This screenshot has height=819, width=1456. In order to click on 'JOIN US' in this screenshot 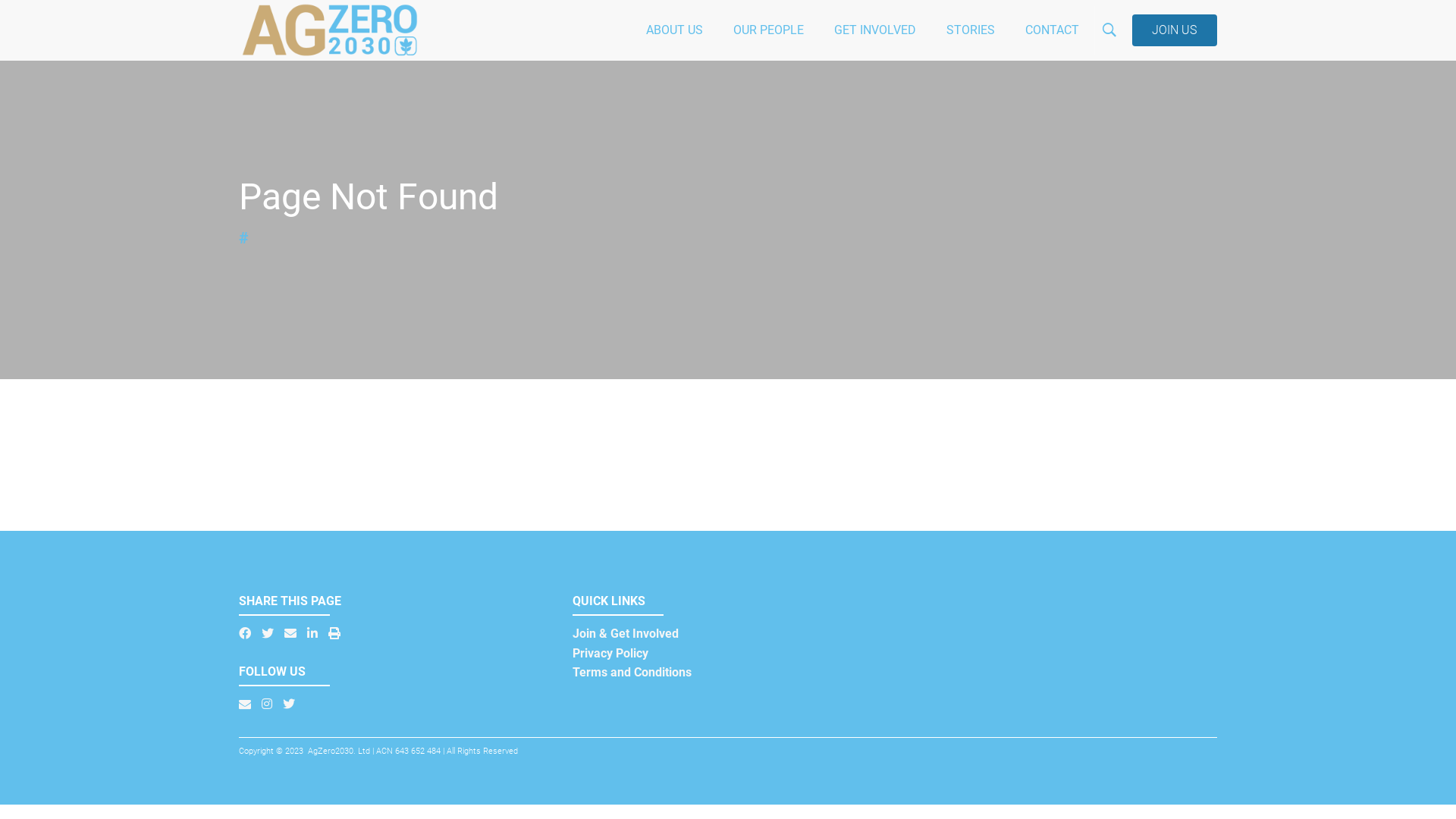, I will do `click(1174, 30)`.